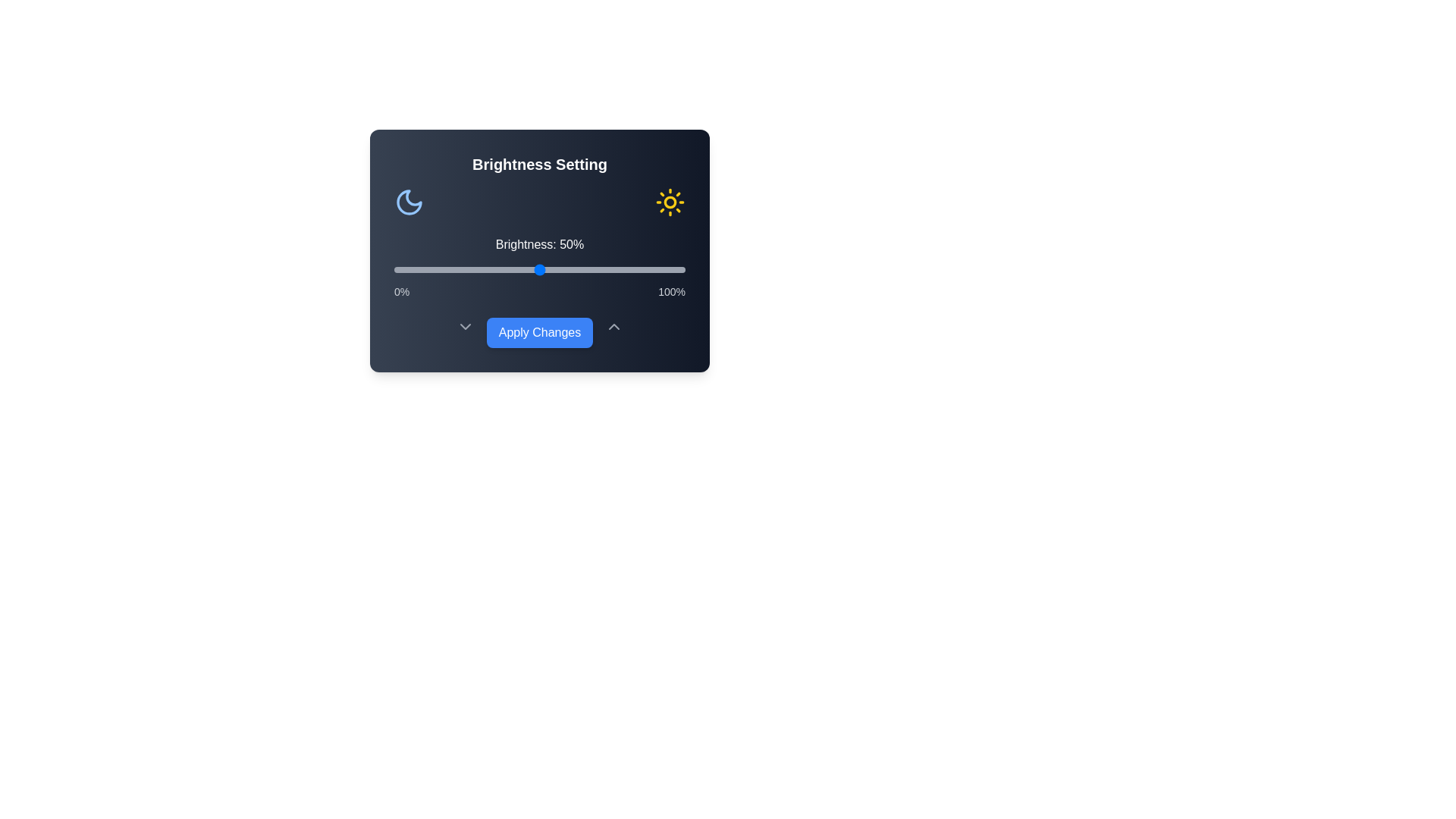  Describe the element at coordinates (669, 201) in the screenshot. I see `the Sun icon to interact with it` at that location.